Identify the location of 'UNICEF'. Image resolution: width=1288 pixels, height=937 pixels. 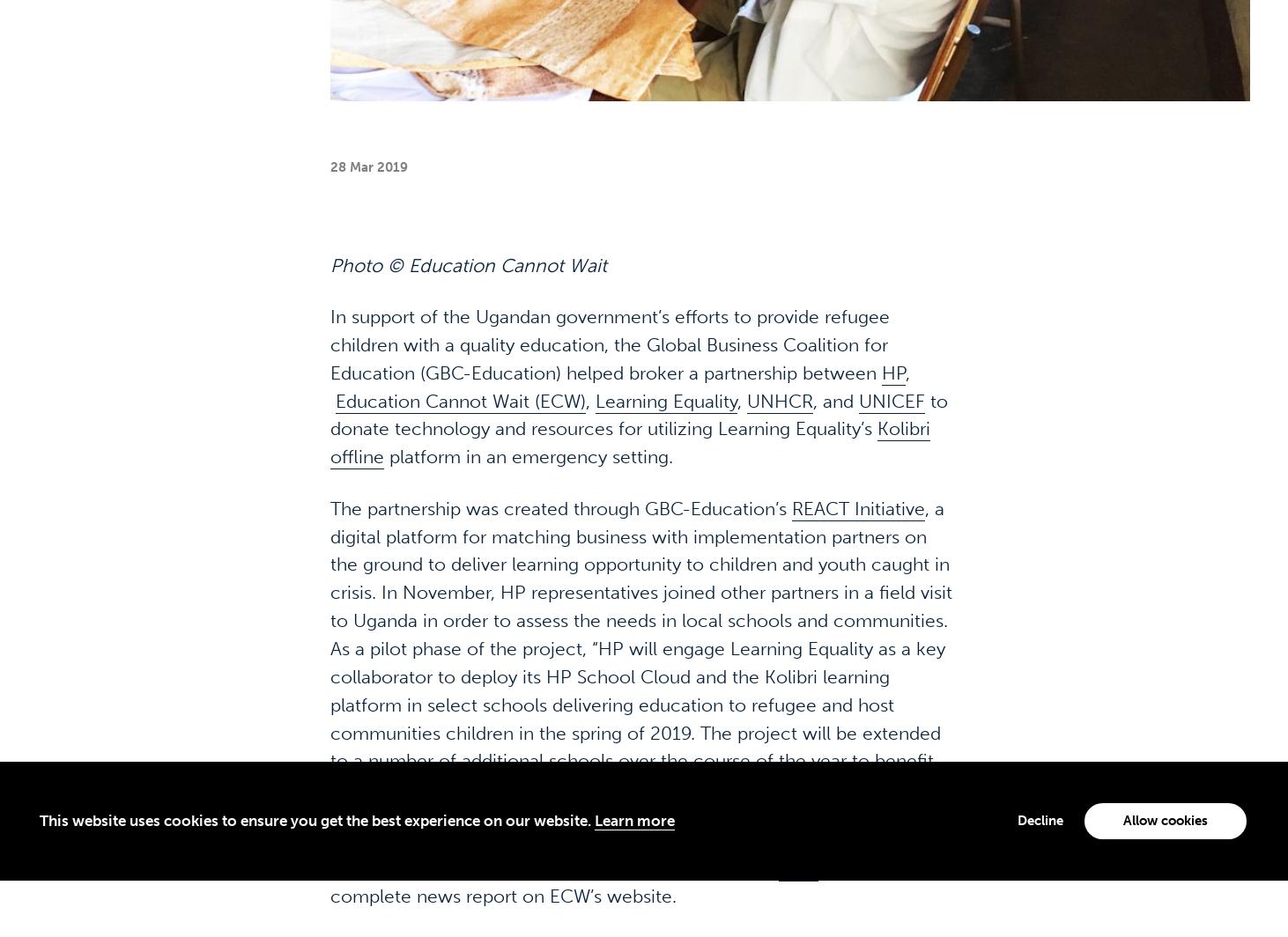
(891, 344).